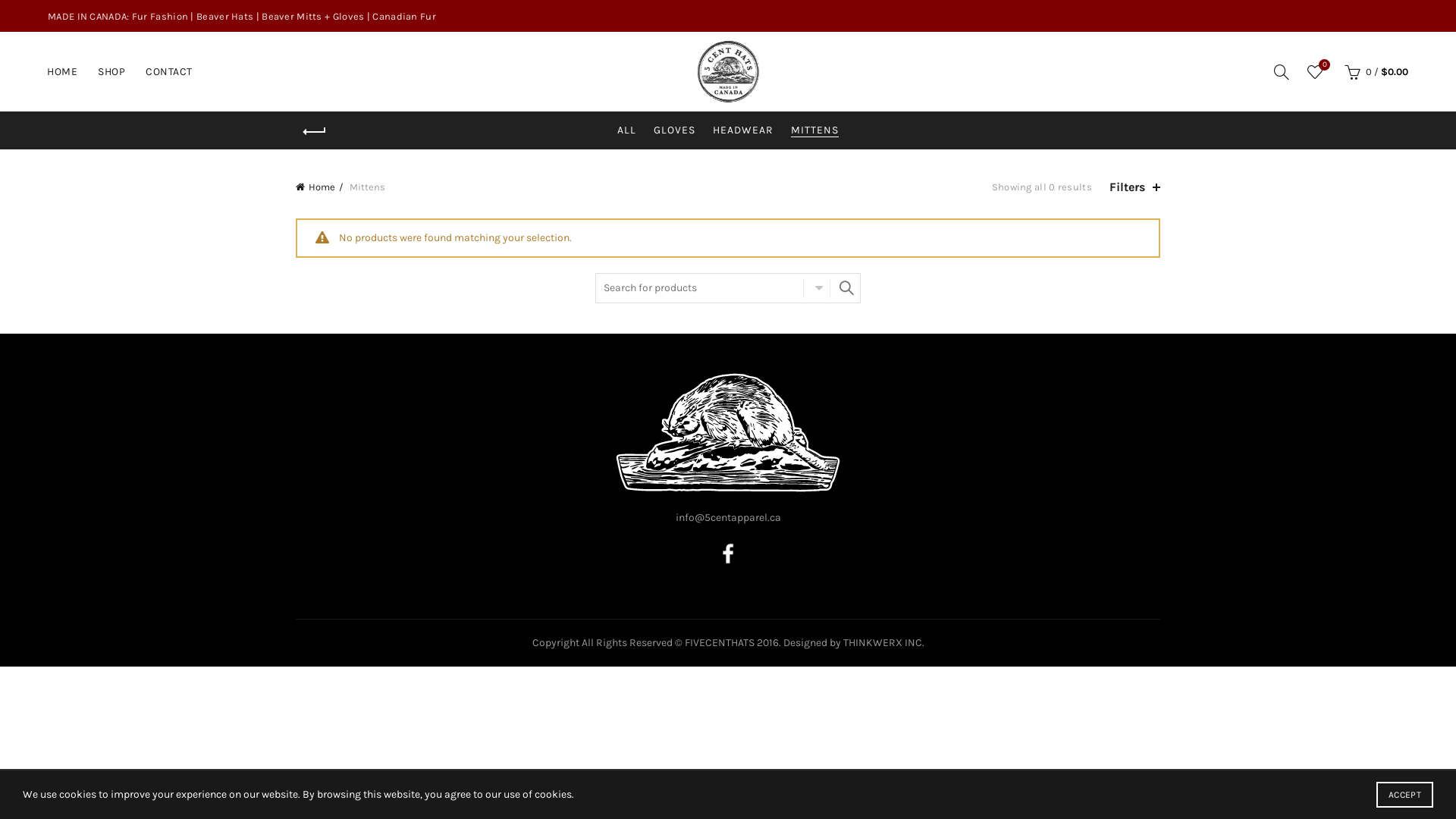  I want to click on 'ALL', so click(610, 130).